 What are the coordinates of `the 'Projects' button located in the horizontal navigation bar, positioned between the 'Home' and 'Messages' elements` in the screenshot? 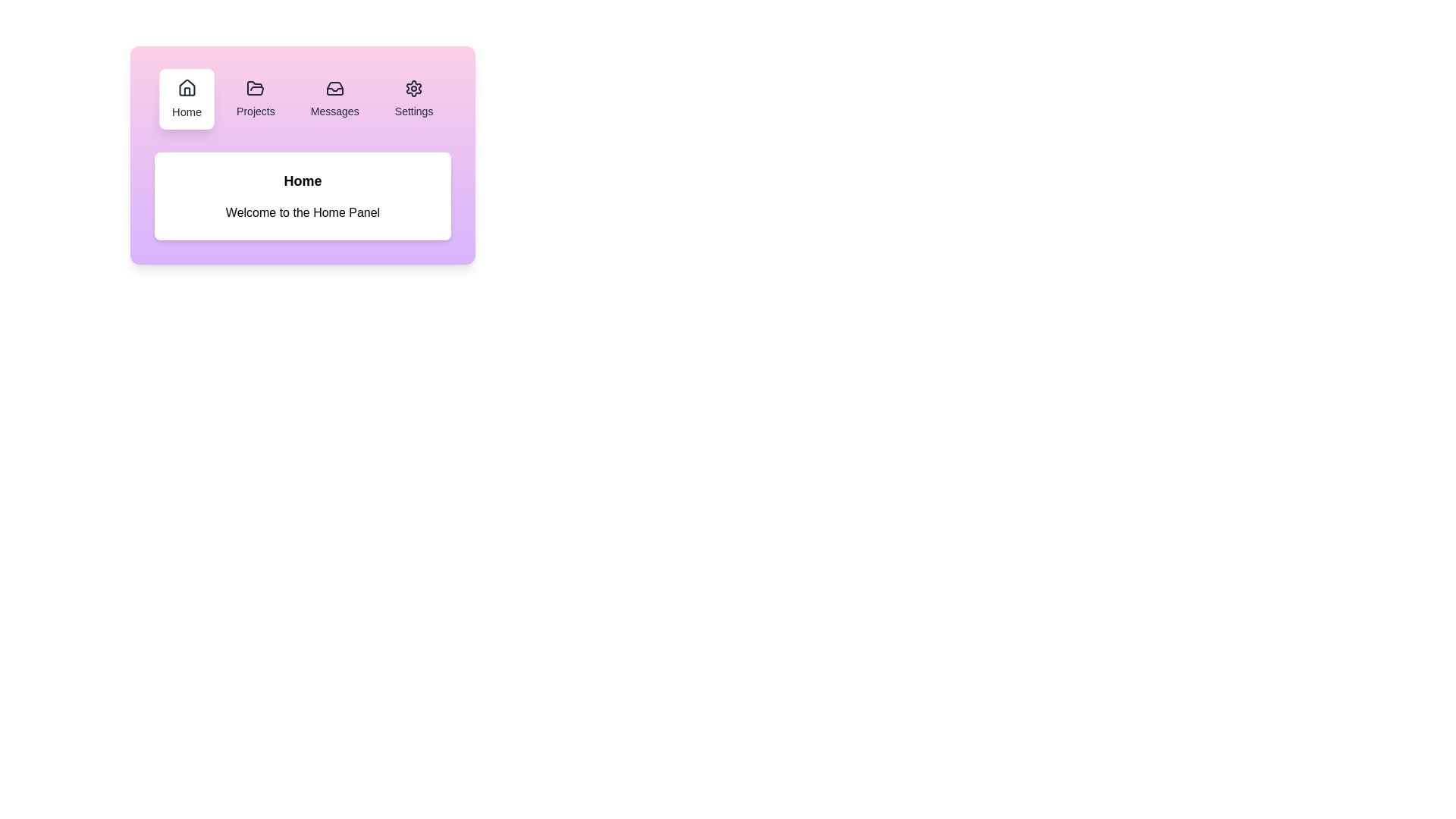 It's located at (255, 99).